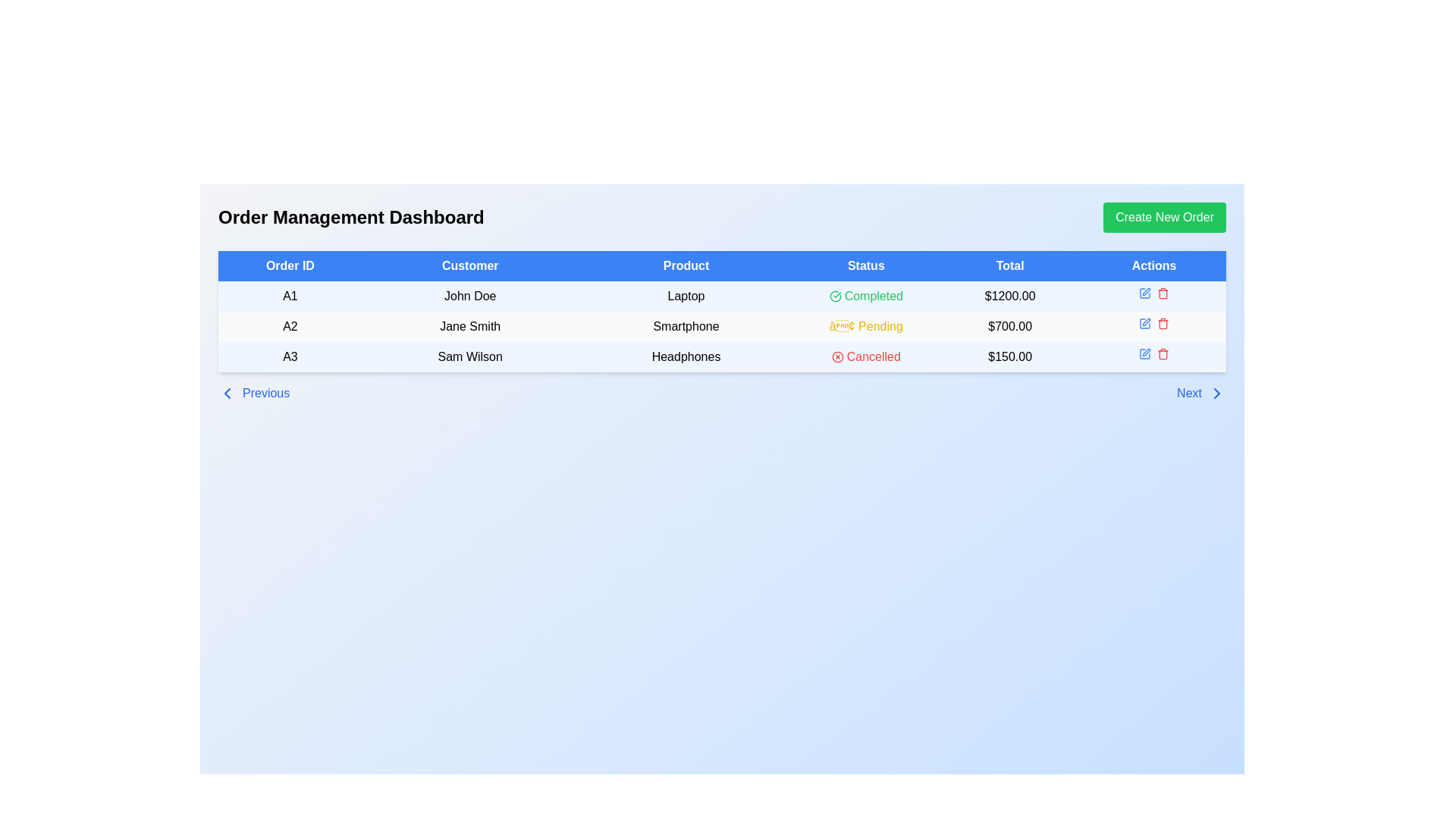 The image size is (1456, 819). Describe the element at coordinates (290, 356) in the screenshot. I see `the text content within the first column of the third row in the data table that represents the Order ID` at that location.